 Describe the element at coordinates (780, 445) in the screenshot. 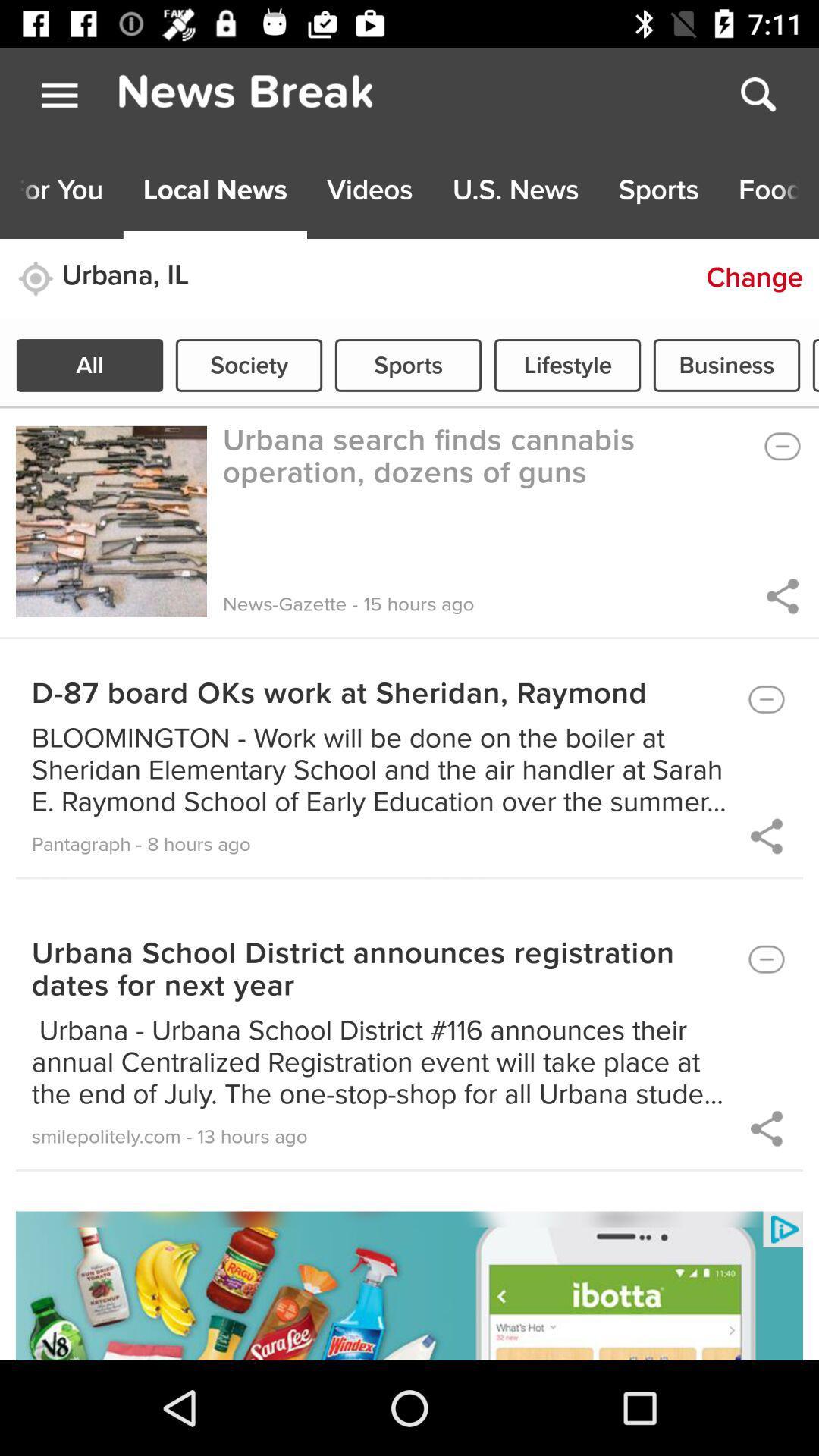

I see `the minus button which is below the business` at that location.